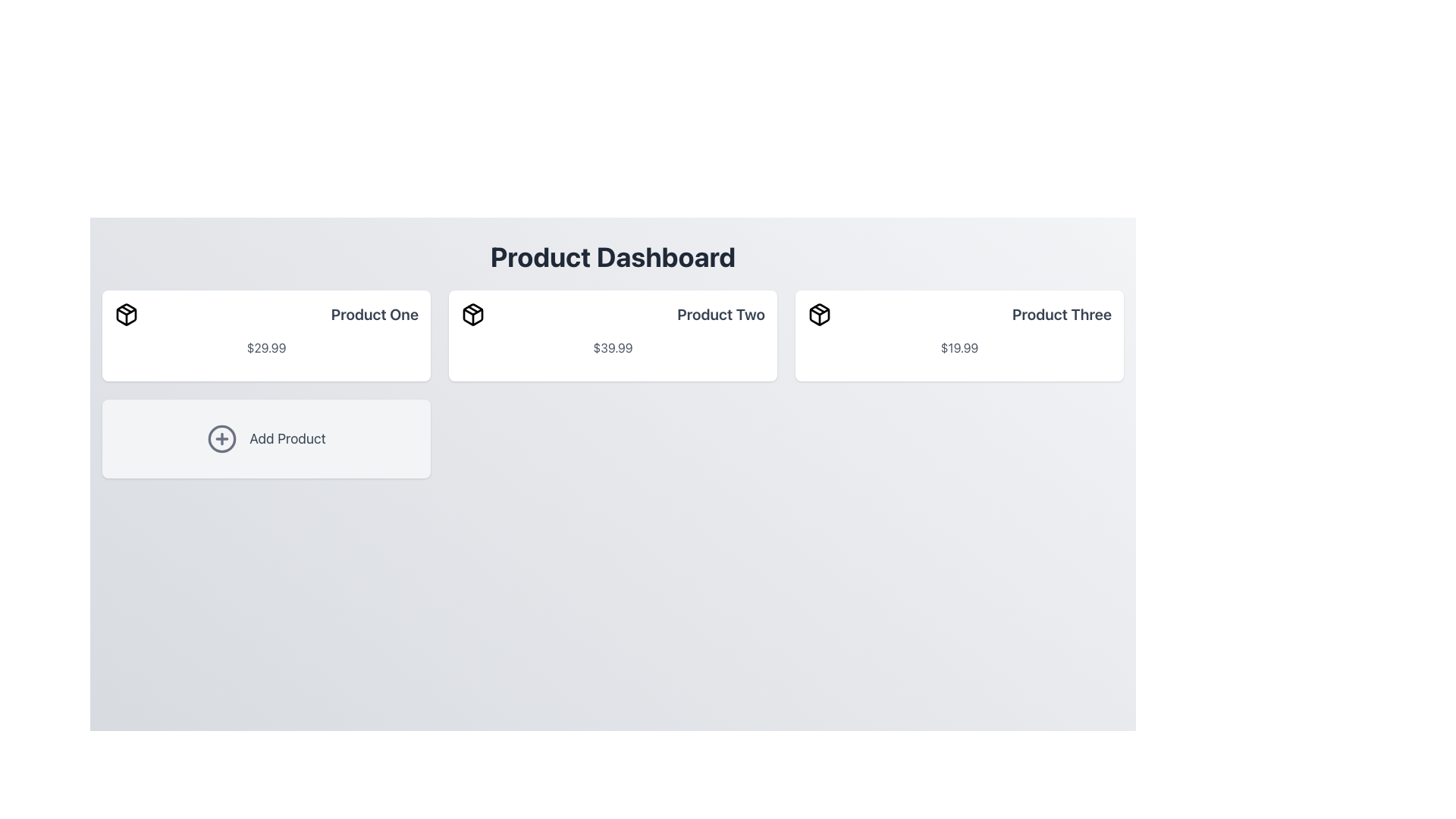 The width and height of the screenshot is (1456, 819). What do you see at coordinates (287, 438) in the screenshot?
I see `text label that displays 'Add Product' in bold, large gray font, located inside a gray rectangular box to the right of a circular plus icon` at bounding box center [287, 438].